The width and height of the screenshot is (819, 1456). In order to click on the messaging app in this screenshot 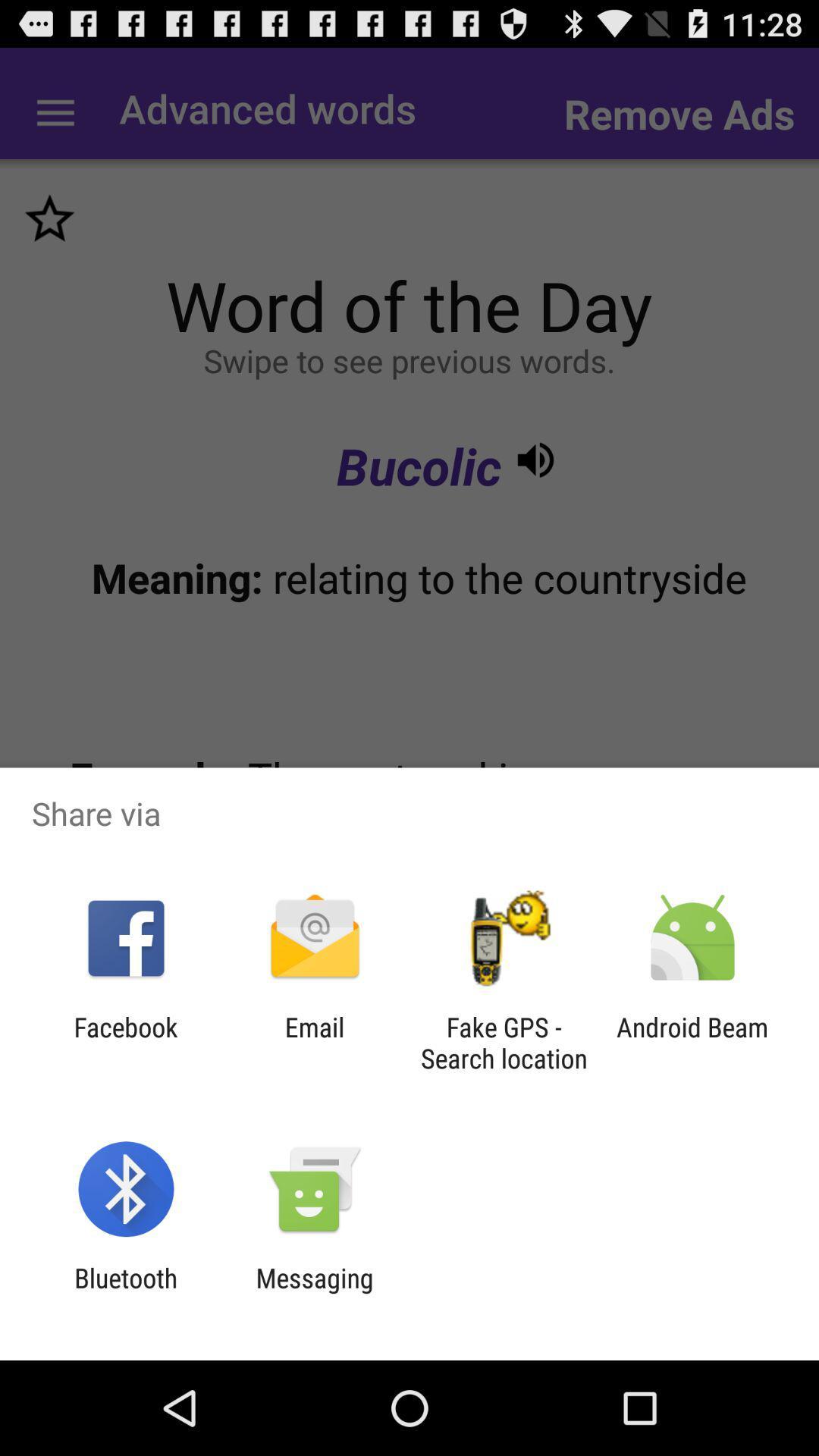, I will do `click(314, 1293)`.